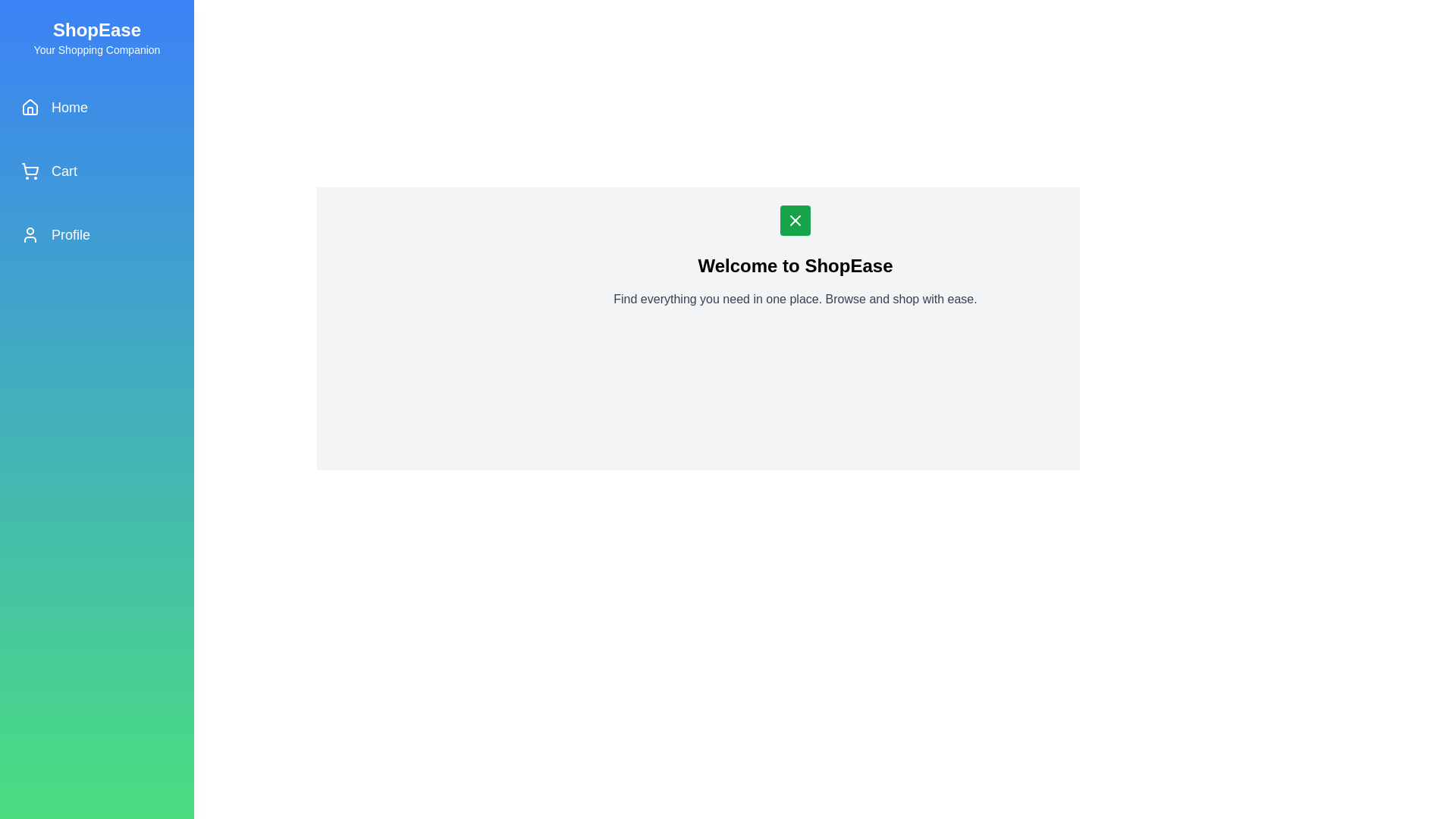 The width and height of the screenshot is (1456, 819). I want to click on text content of the informational Text block located directly below the 'Welcome to ShopEase' title text, which serves to elaborate on the purpose or features of the application, so click(795, 299).